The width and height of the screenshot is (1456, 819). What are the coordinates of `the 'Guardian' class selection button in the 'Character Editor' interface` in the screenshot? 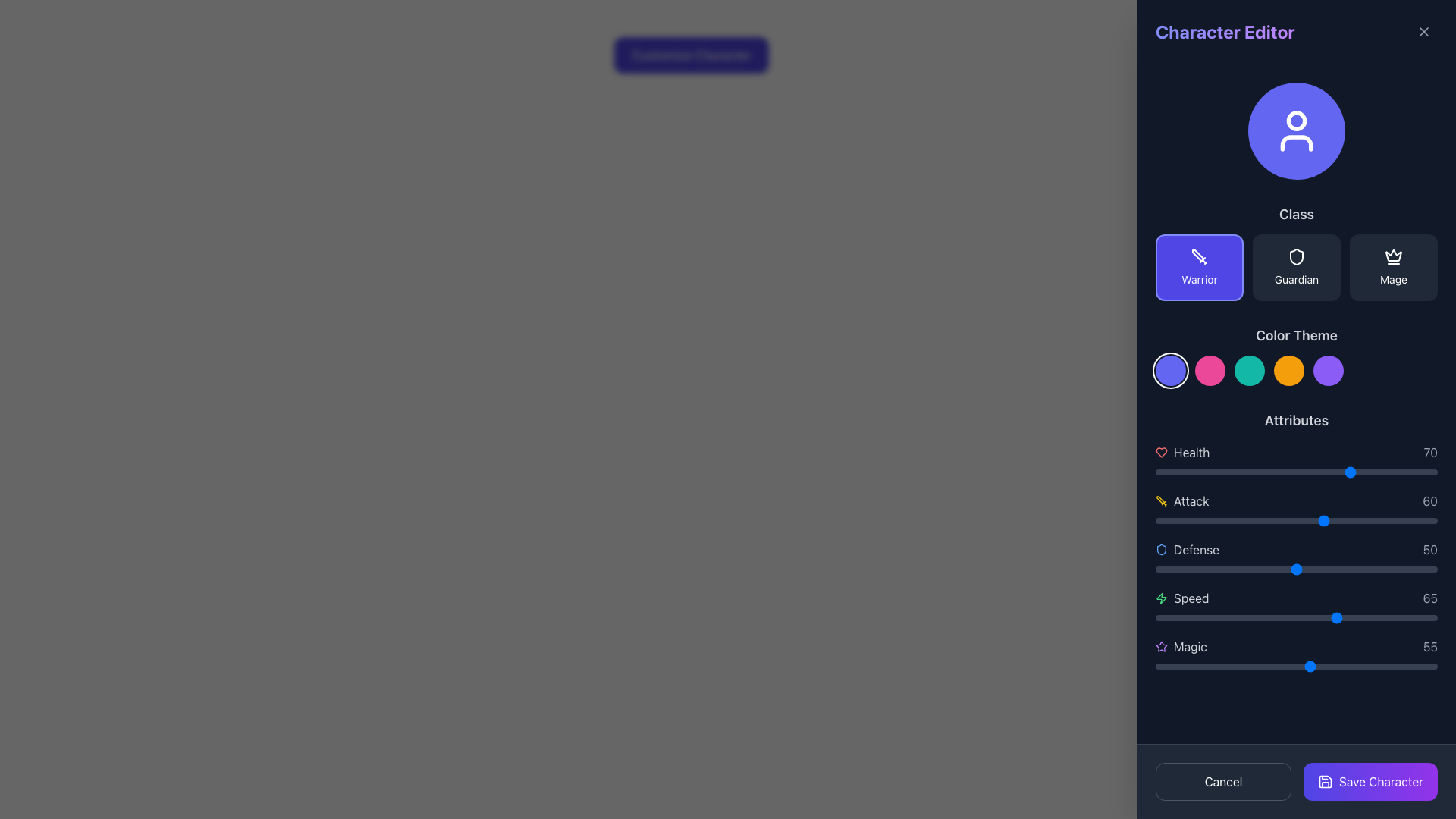 It's located at (1295, 267).